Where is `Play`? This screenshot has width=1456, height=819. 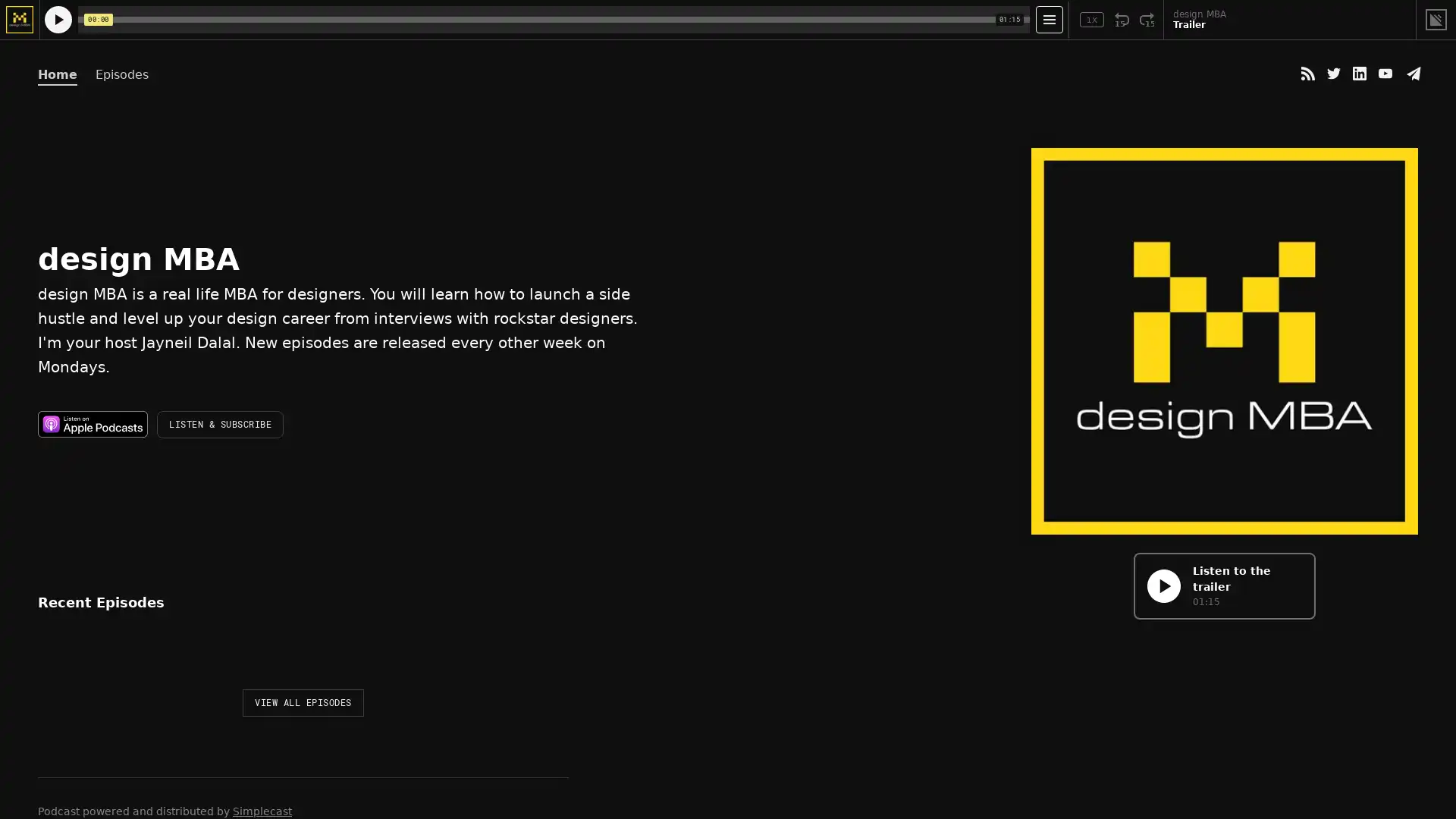
Play is located at coordinates (58, 20).